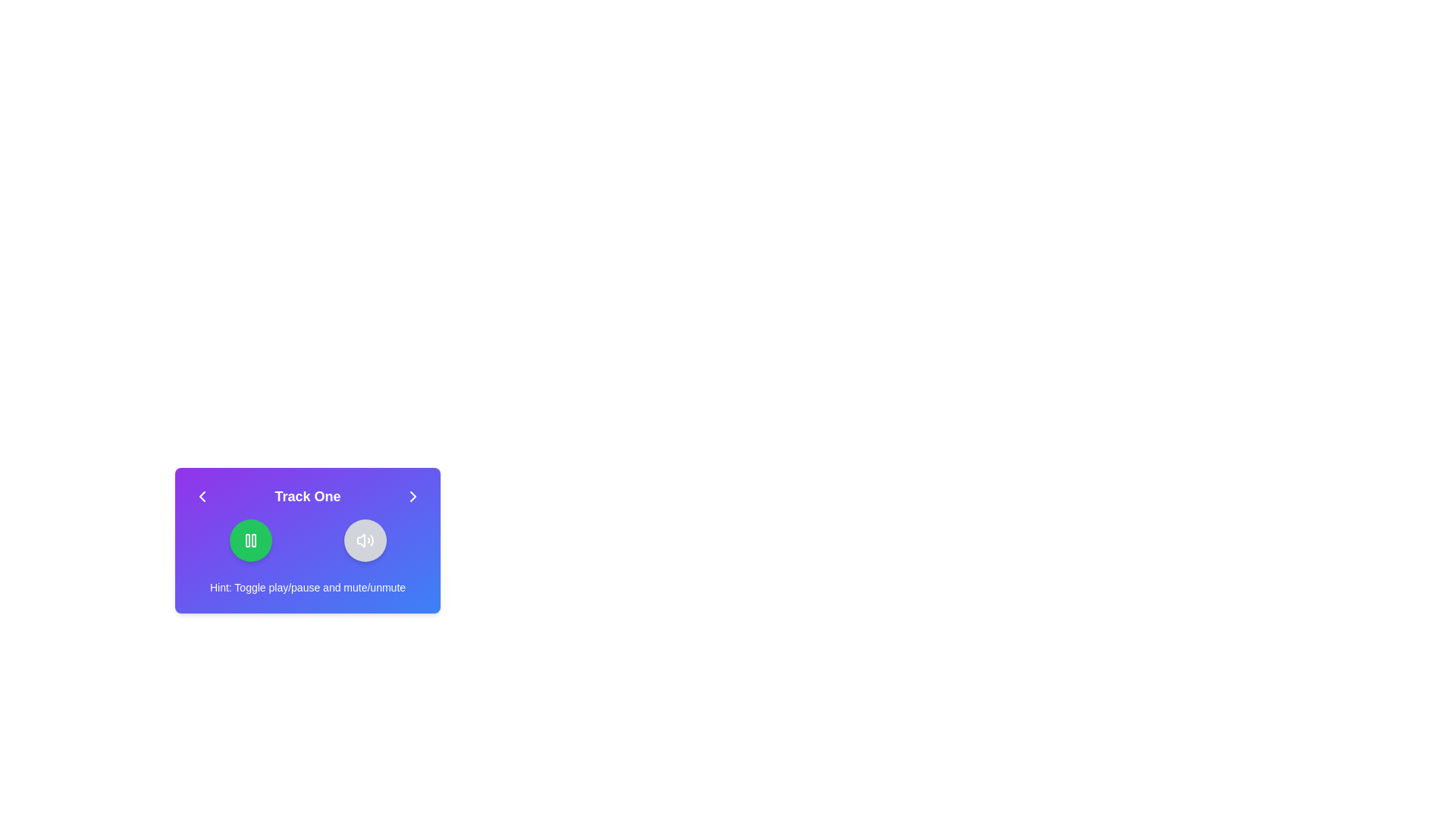 The width and height of the screenshot is (1456, 819). I want to click on the surrounding button for pause/play functionality, specifically targeting the pause icon represented by the right vertical bar of the button located to the left of the 'Track One' heading, so click(253, 540).